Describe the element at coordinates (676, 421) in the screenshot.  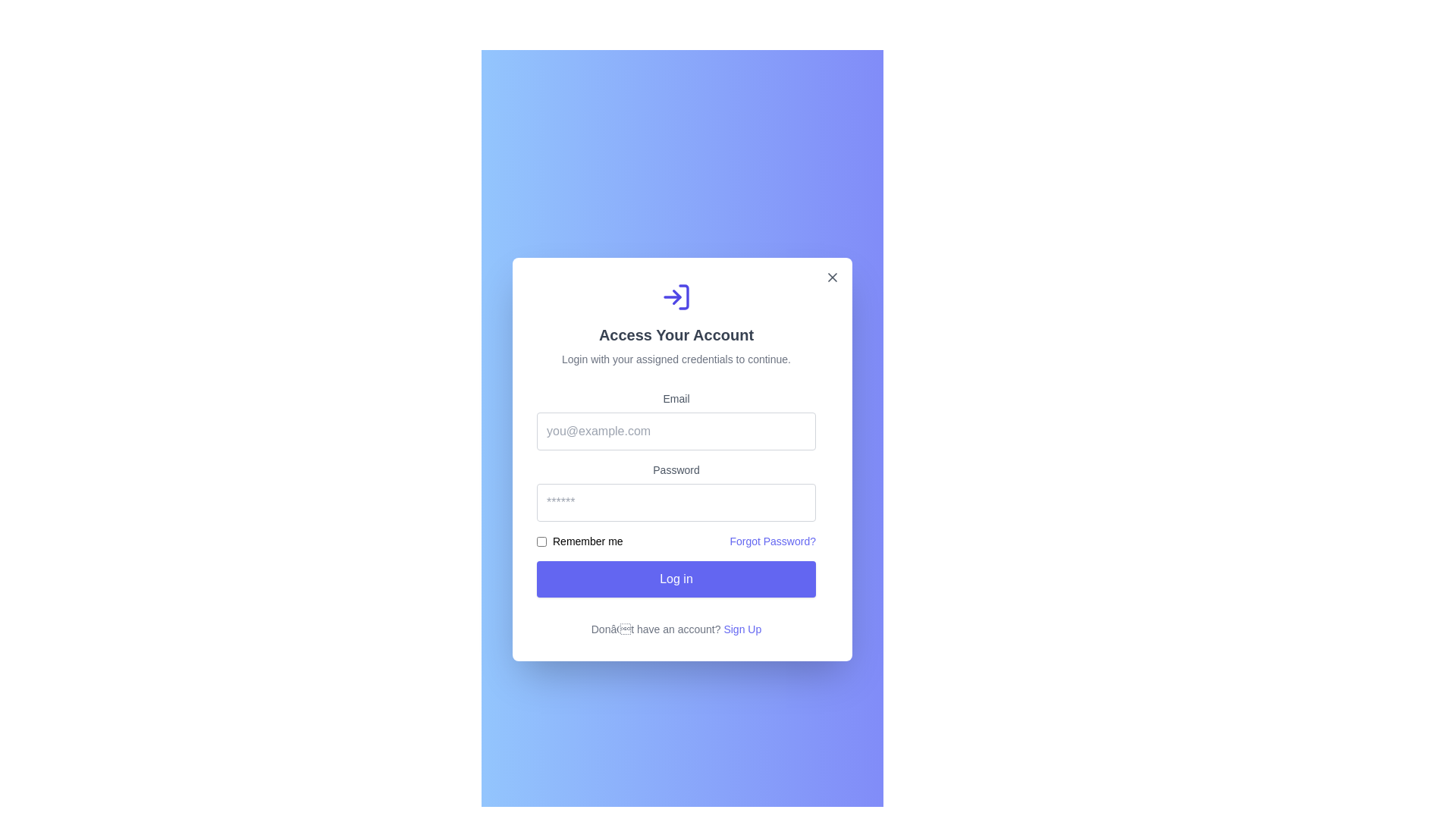
I see `the input field labeled 'Email' which is styled with a light border and rounded corners` at that location.